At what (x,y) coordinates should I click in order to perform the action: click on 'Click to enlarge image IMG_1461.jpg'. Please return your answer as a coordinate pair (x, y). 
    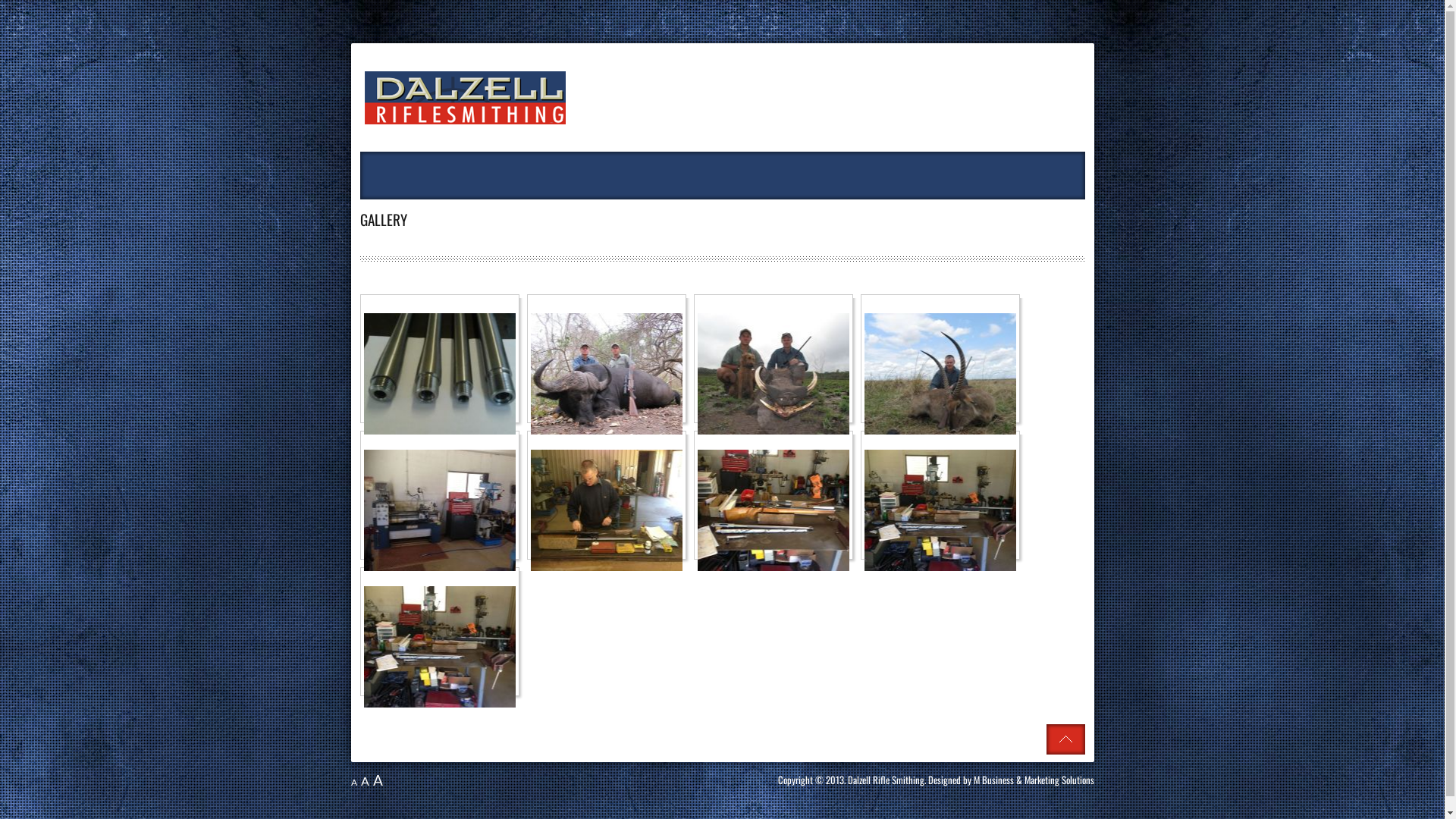
    Looking at the image, I should click on (364, 646).